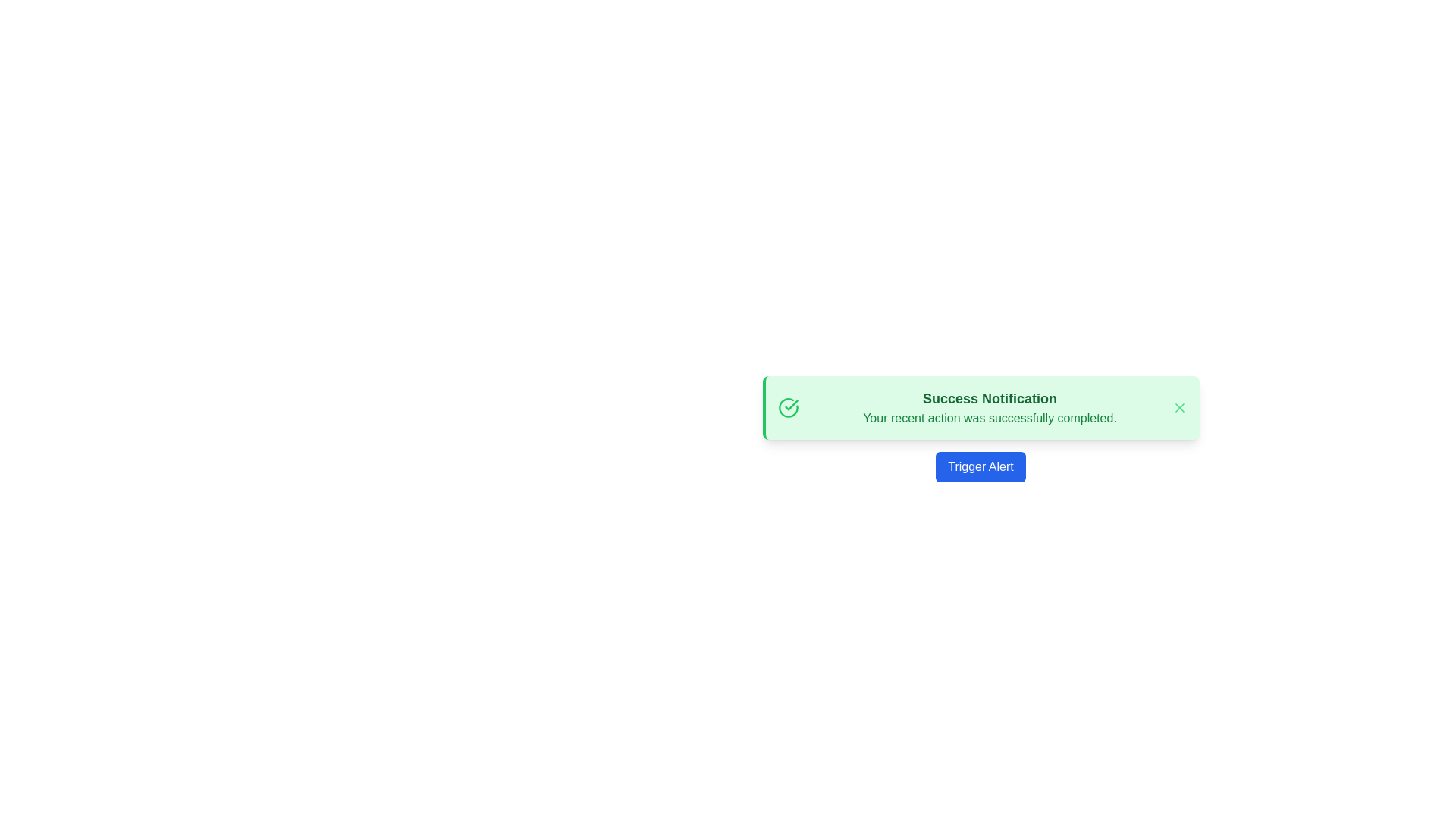 The image size is (1456, 819). I want to click on bolded text content 'Success Notification' displayed prominently in a green color inside the notification box, so click(990, 397).